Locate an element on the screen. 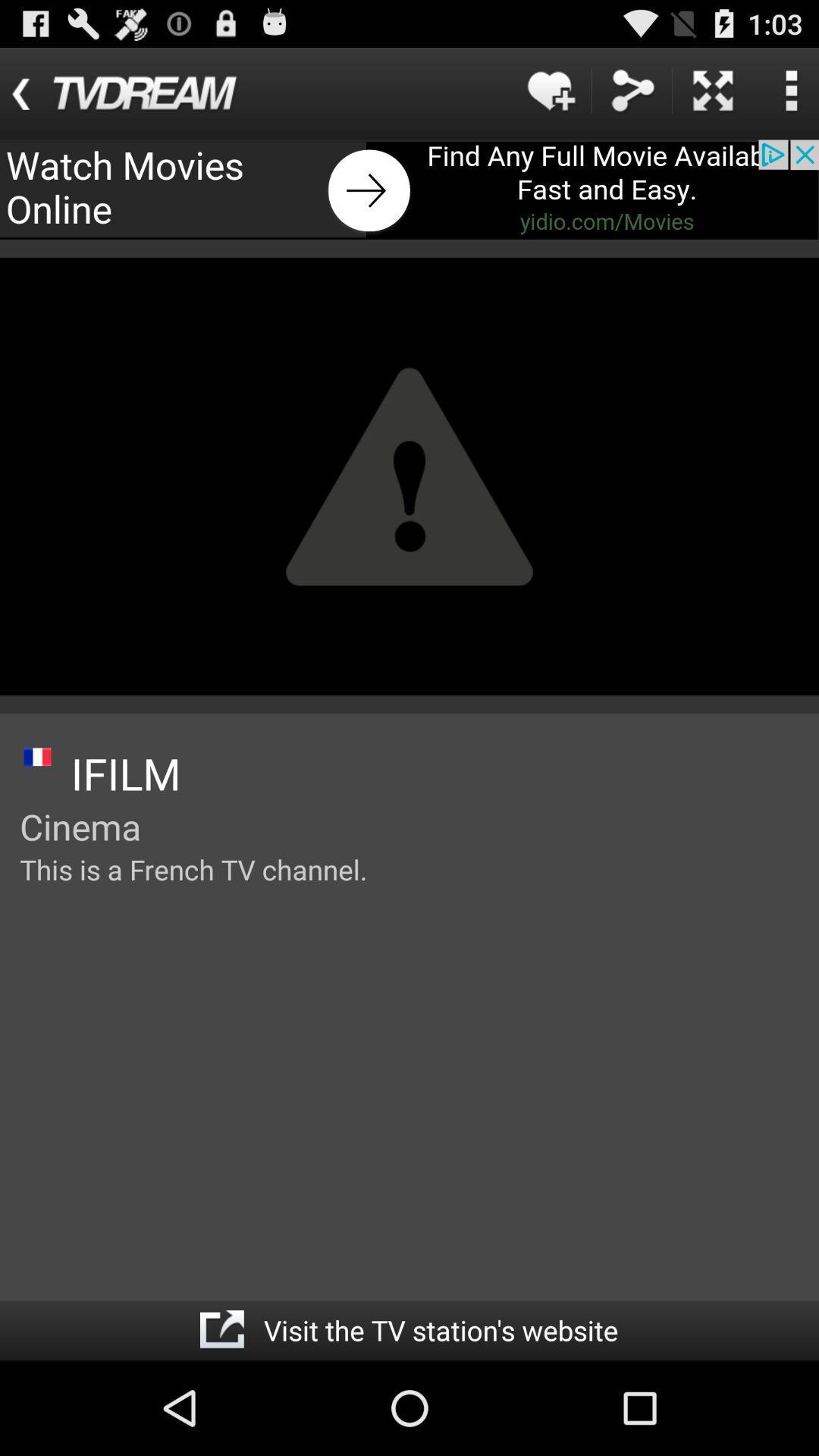  share on social media is located at coordinates (632, 89).